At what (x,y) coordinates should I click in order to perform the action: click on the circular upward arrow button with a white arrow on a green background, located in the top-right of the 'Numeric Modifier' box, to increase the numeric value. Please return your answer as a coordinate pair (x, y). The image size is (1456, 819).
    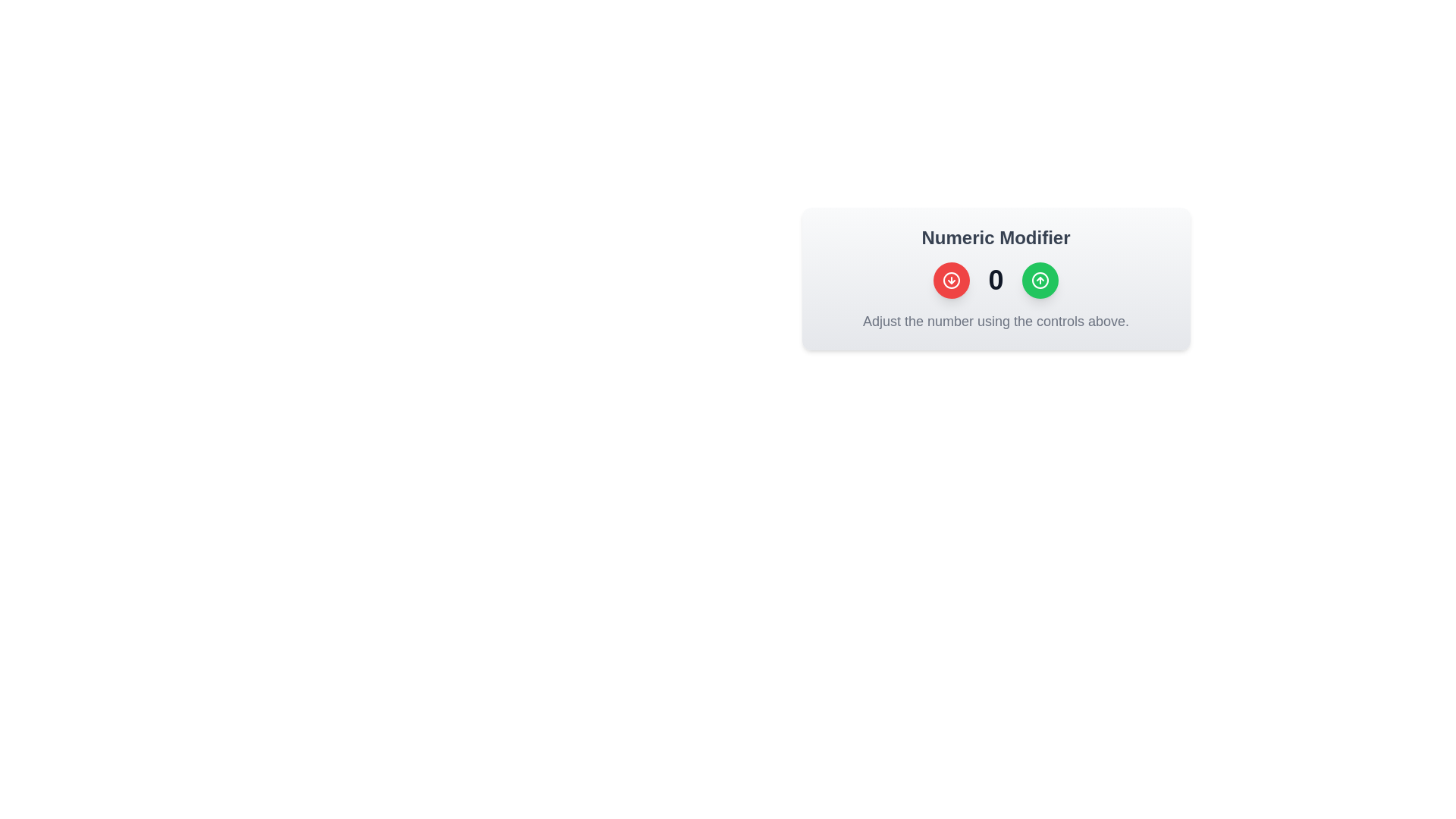
    Looking at the image, I should click on (1039, 281).